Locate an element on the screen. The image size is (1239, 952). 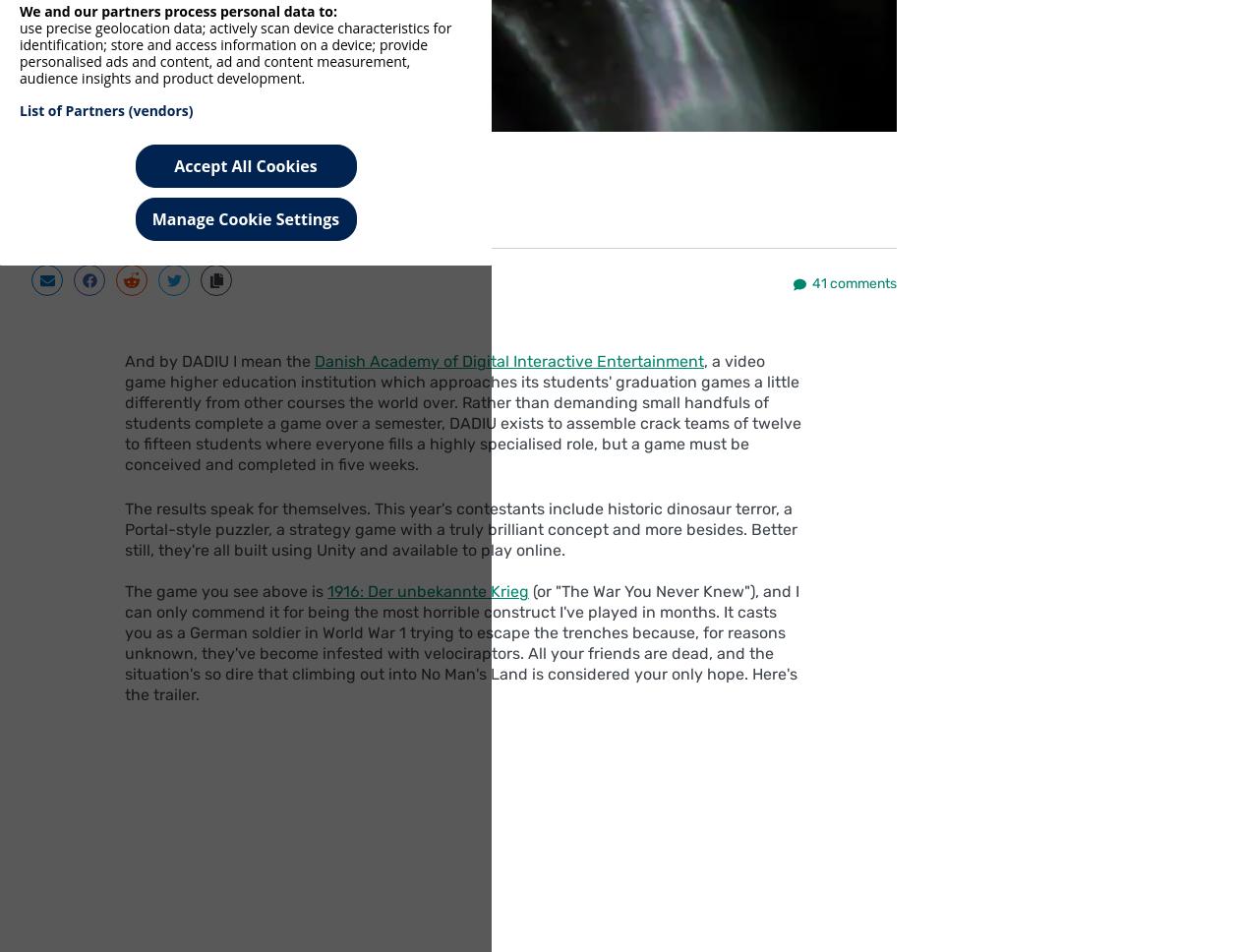
'Quintin Smith' is located at coordinates (226, 178).